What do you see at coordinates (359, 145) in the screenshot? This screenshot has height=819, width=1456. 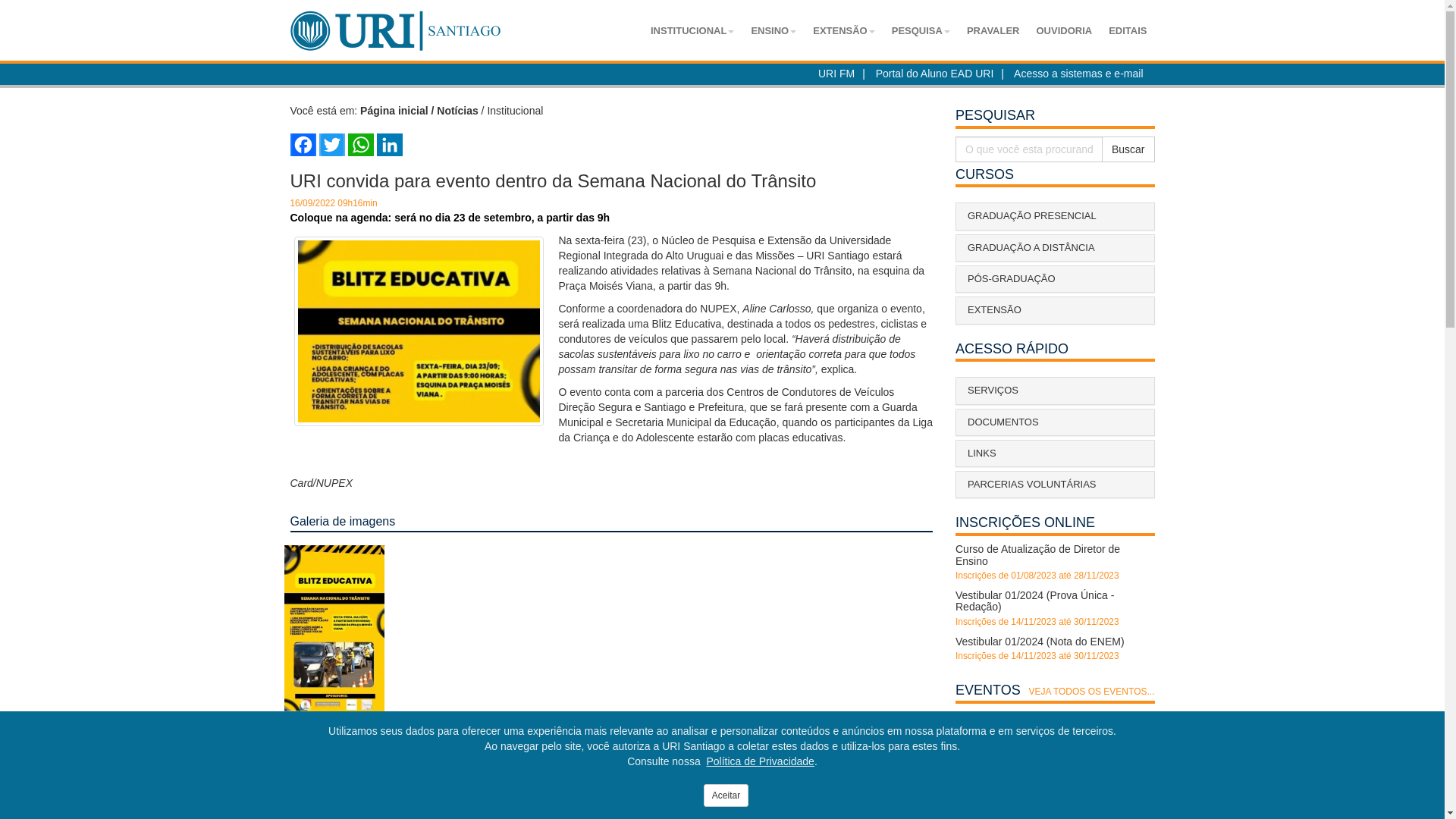 I see `'WhatsApp'` at bounding box center [359, 145].